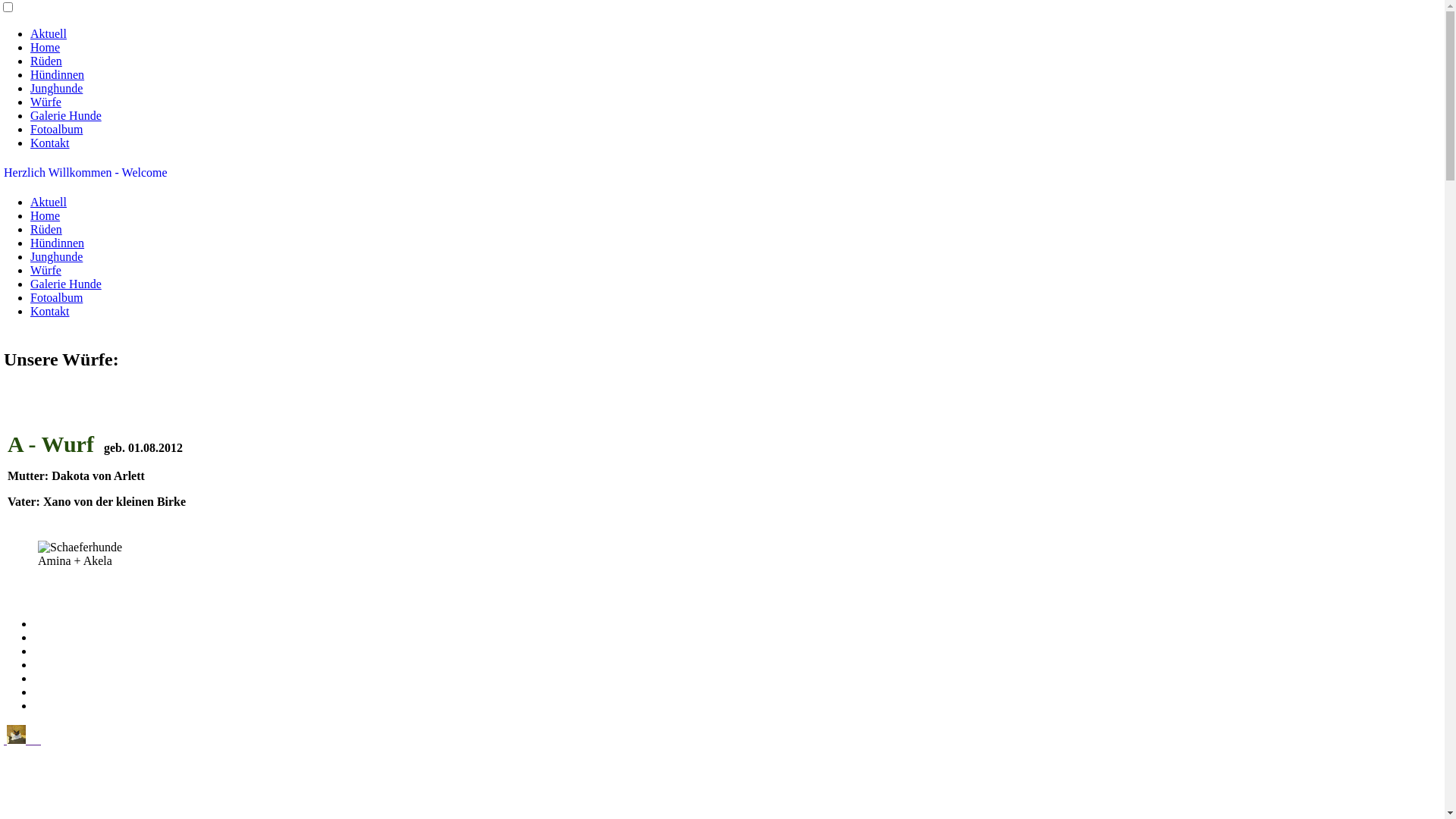 The image size is (1456, 819). Describe the element at coordinates (30, 297) in the screenshot. I see `'Fotoalbum'` at that location.